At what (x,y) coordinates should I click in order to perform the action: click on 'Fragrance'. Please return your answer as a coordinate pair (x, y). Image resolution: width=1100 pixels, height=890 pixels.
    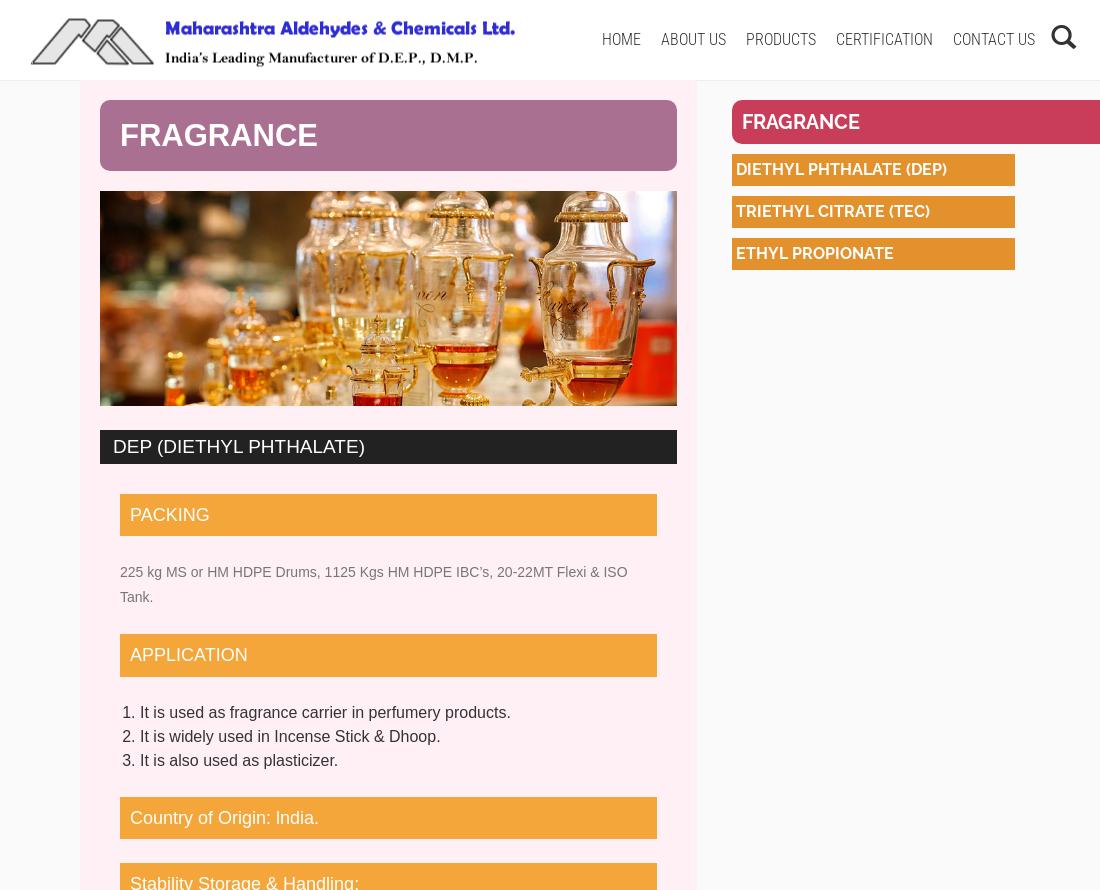
    Looking at the image, I should click on (800, 121).